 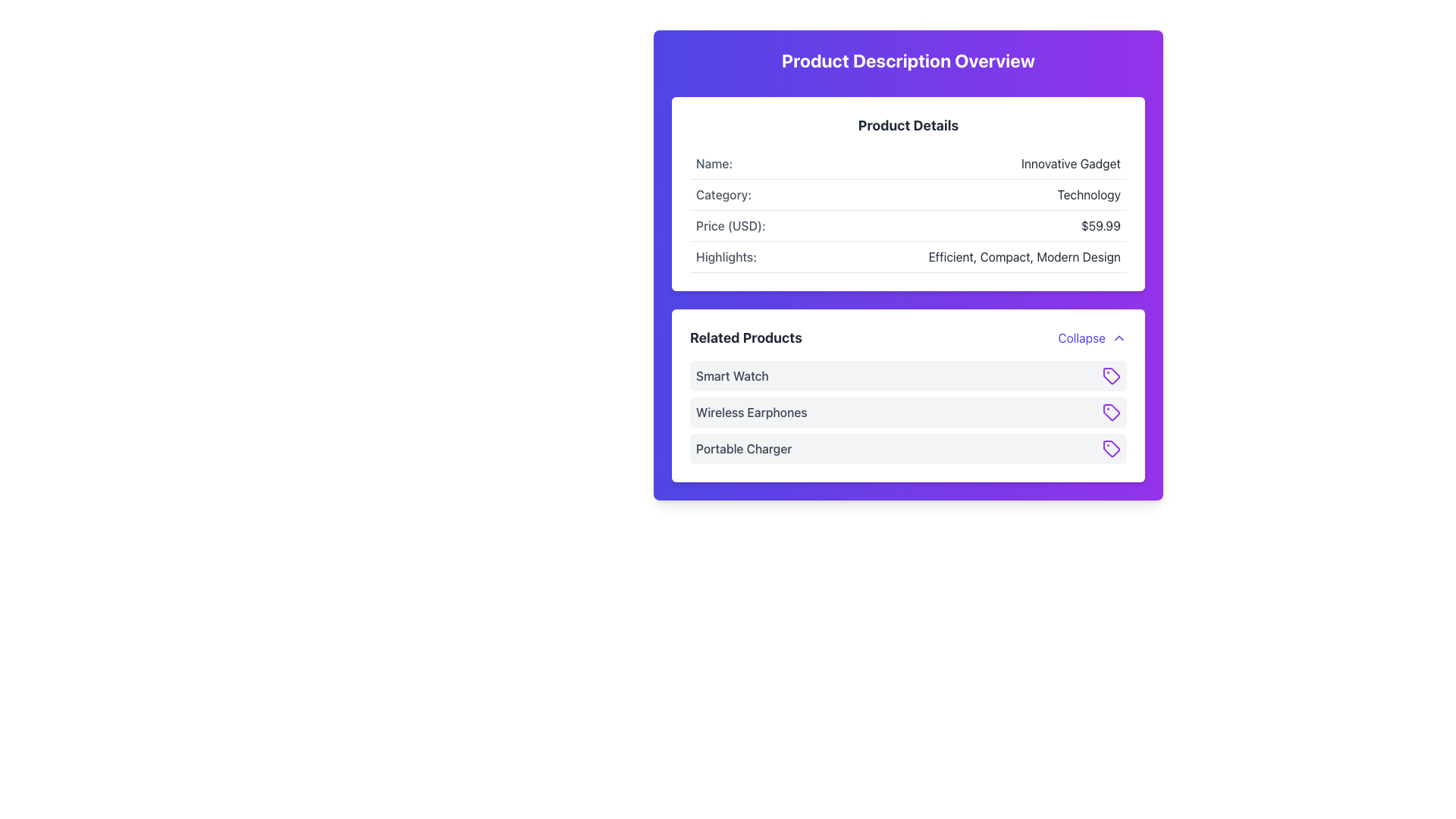 What do you see at coordinates (1025, 256) in the screenshot?
I see `the text label displaying 'Efficient, Compact, Modern Design' in dark gray font within the 'Product Details' section, adjacent to the 'Highlights:' label` at bounding box center [1025, 256].